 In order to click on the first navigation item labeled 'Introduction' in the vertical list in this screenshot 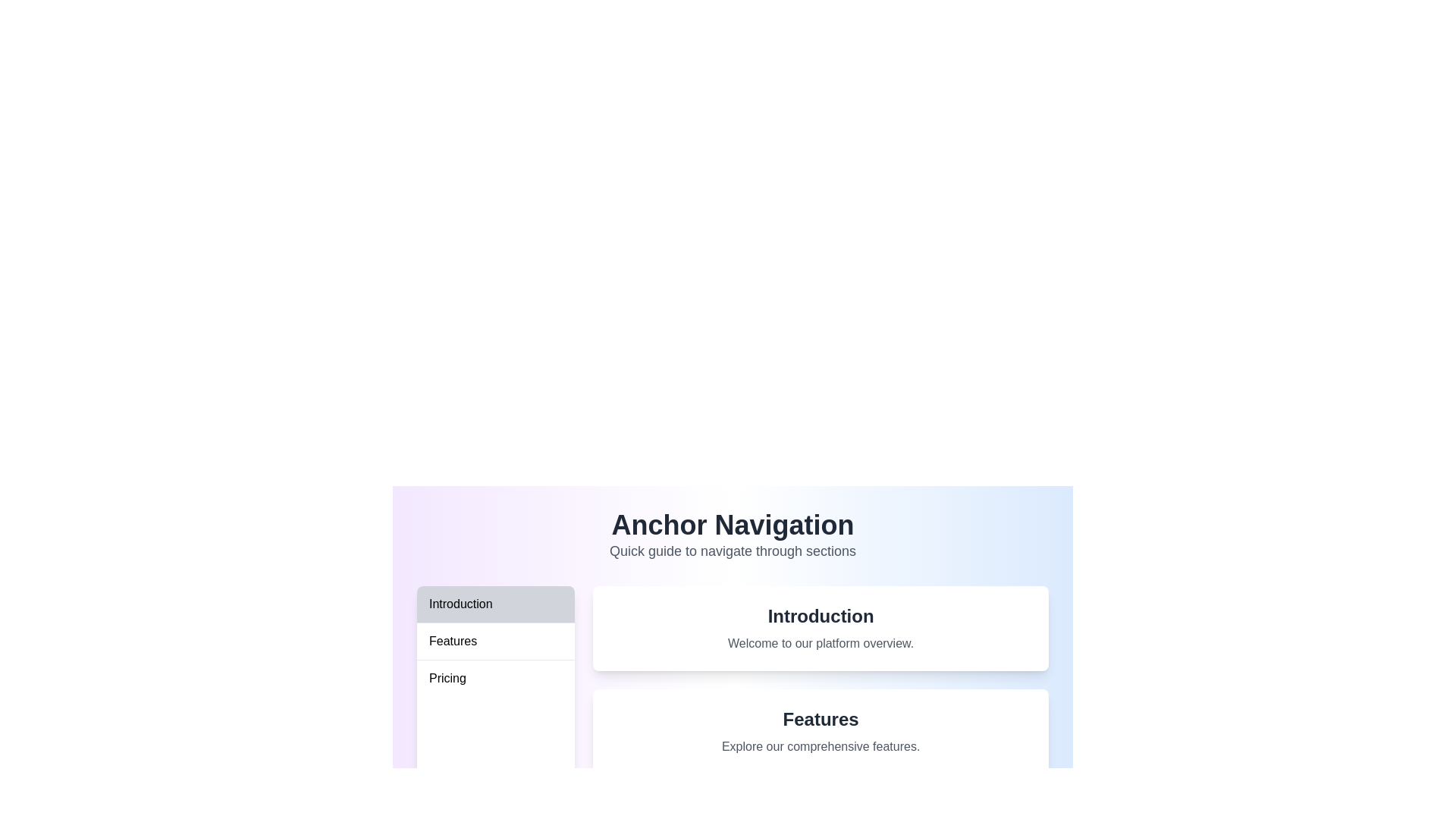, I will do `click(496, 604)`.